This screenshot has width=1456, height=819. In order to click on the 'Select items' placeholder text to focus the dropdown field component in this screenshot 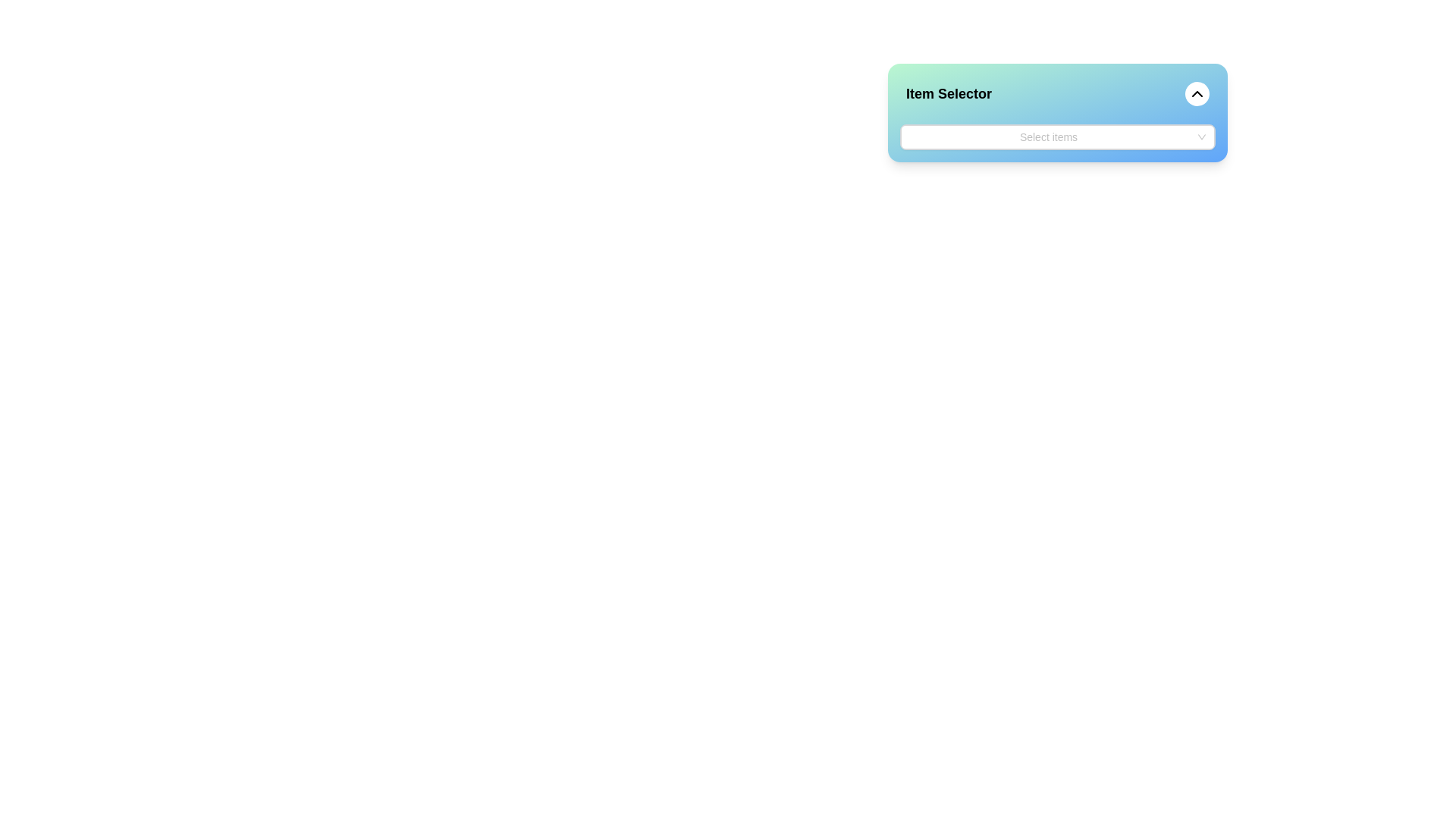, I will do `click(1047, 137)`.